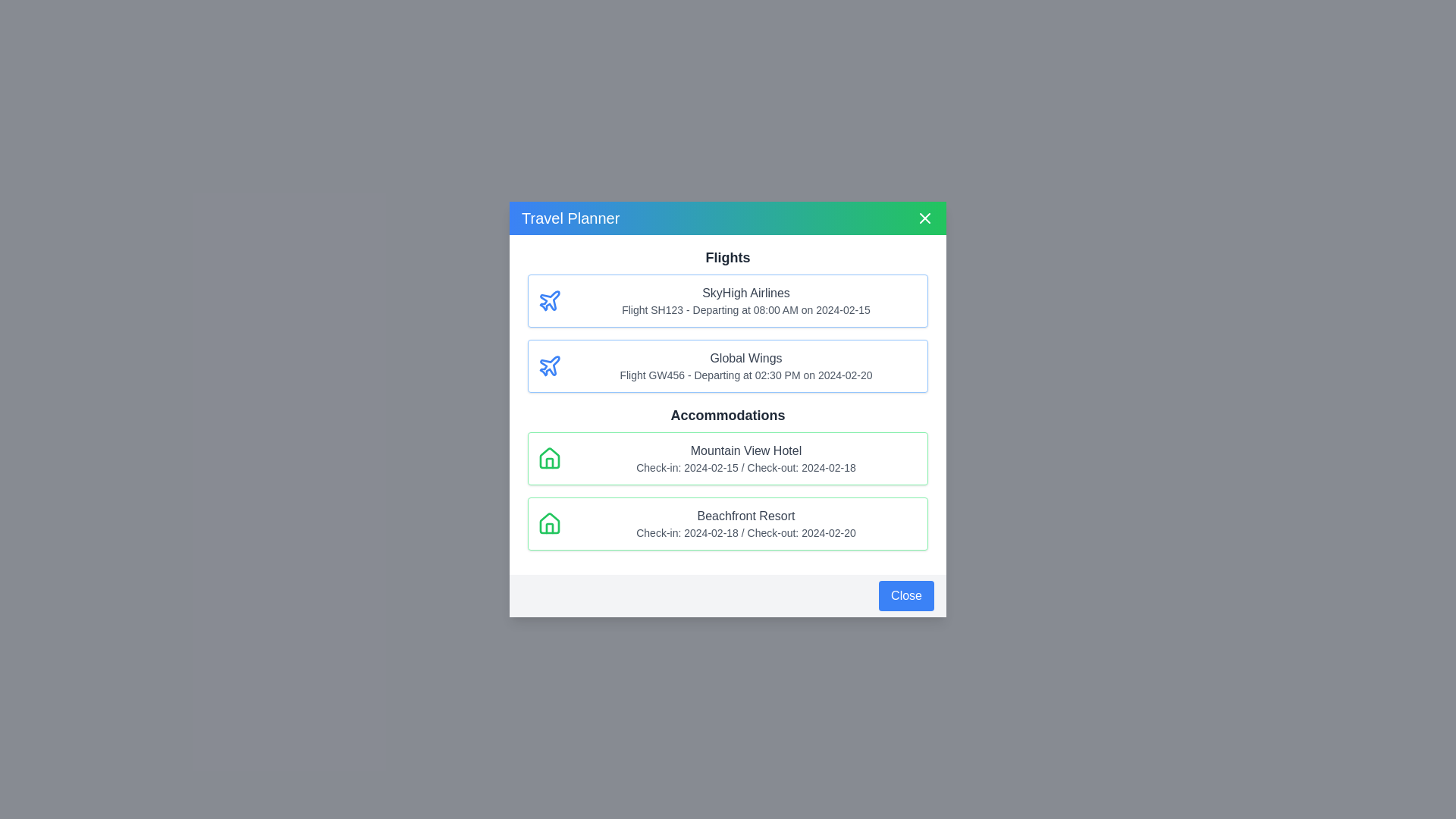 The width and height of the screenshot is (1456, 819). Describe the element at coordinates (548, 522) in the screenshot. I see `the green house icon in the travel planner interface, which is positioned to the left of the text 'Beachfront Resort' and the check-in and check-out dates` at that location.